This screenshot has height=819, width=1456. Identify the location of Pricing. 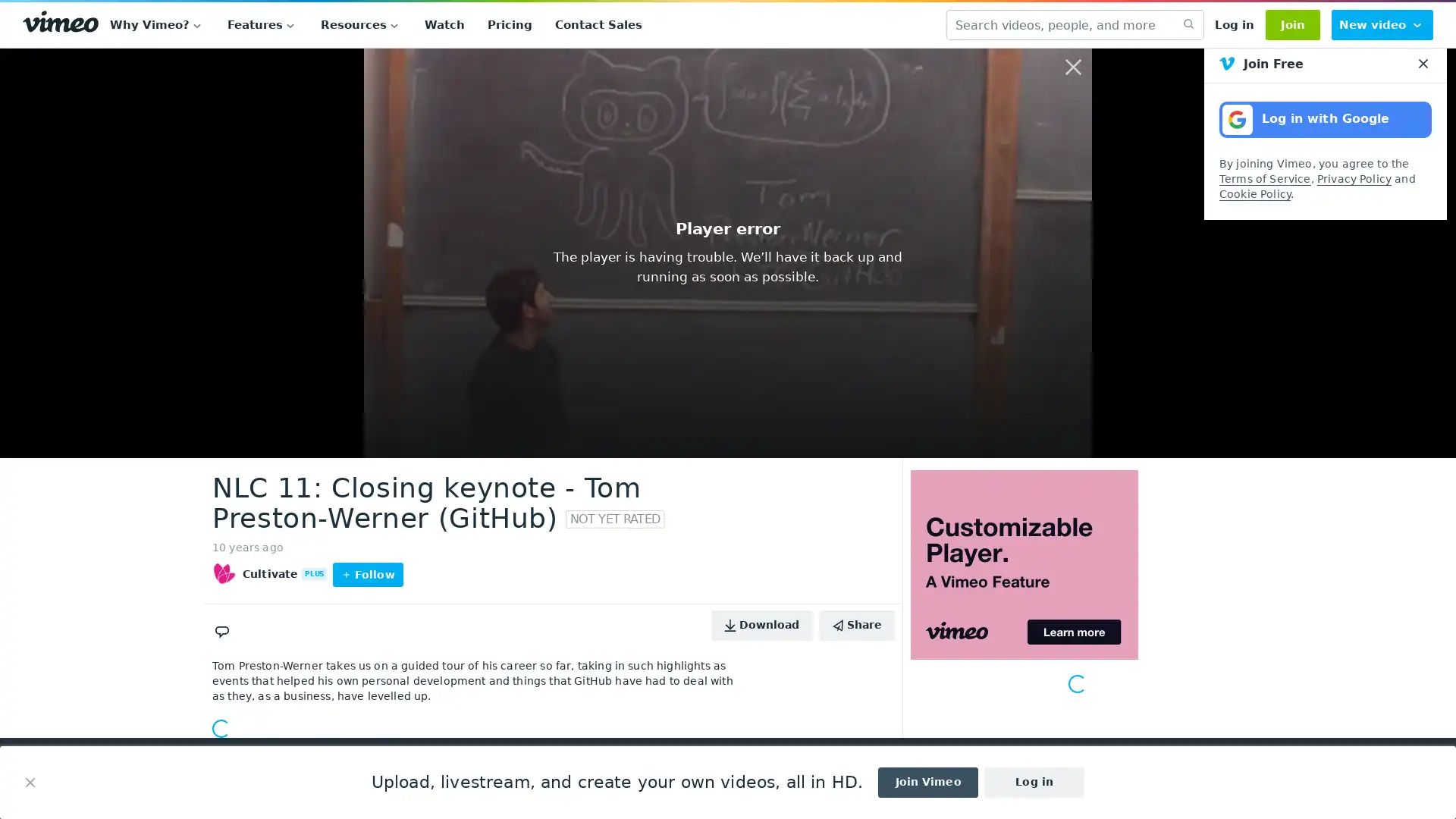
(510, 25).